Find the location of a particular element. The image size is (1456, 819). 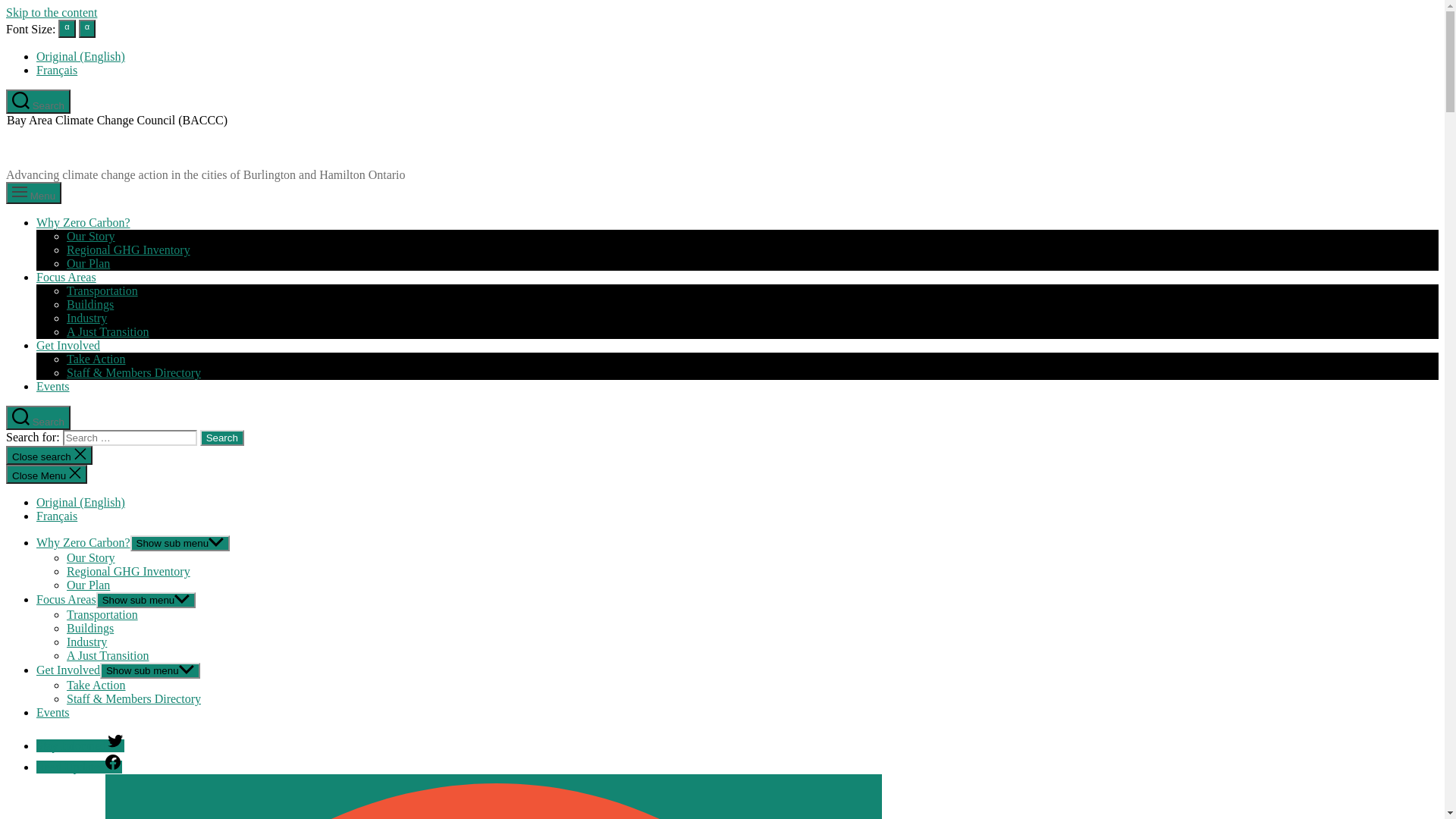

'Stay Informed' is located at coordinates (36, 745).